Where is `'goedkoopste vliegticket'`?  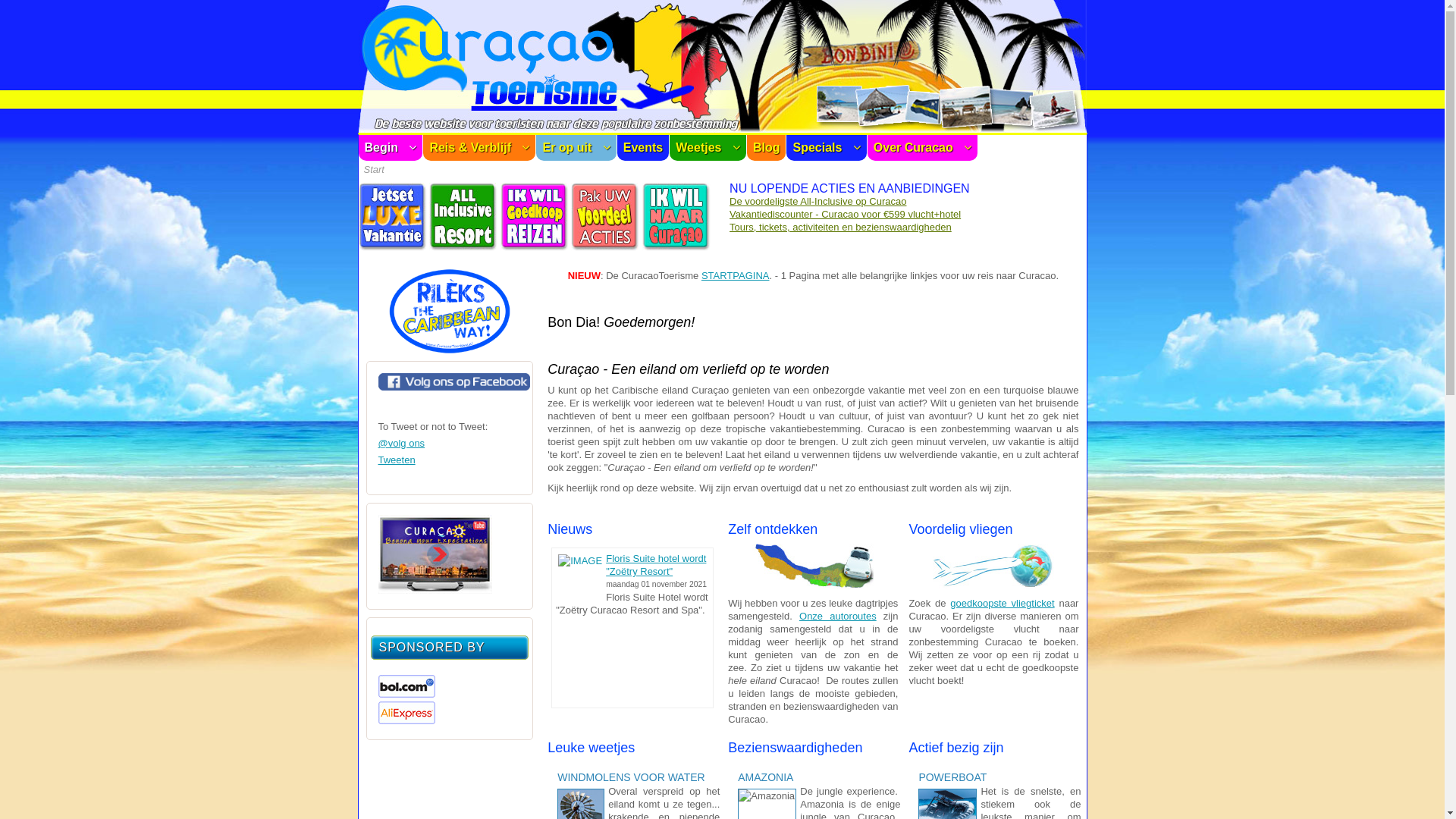 'goedkoopste vliegticket' is located at coordinates (1002, 602).